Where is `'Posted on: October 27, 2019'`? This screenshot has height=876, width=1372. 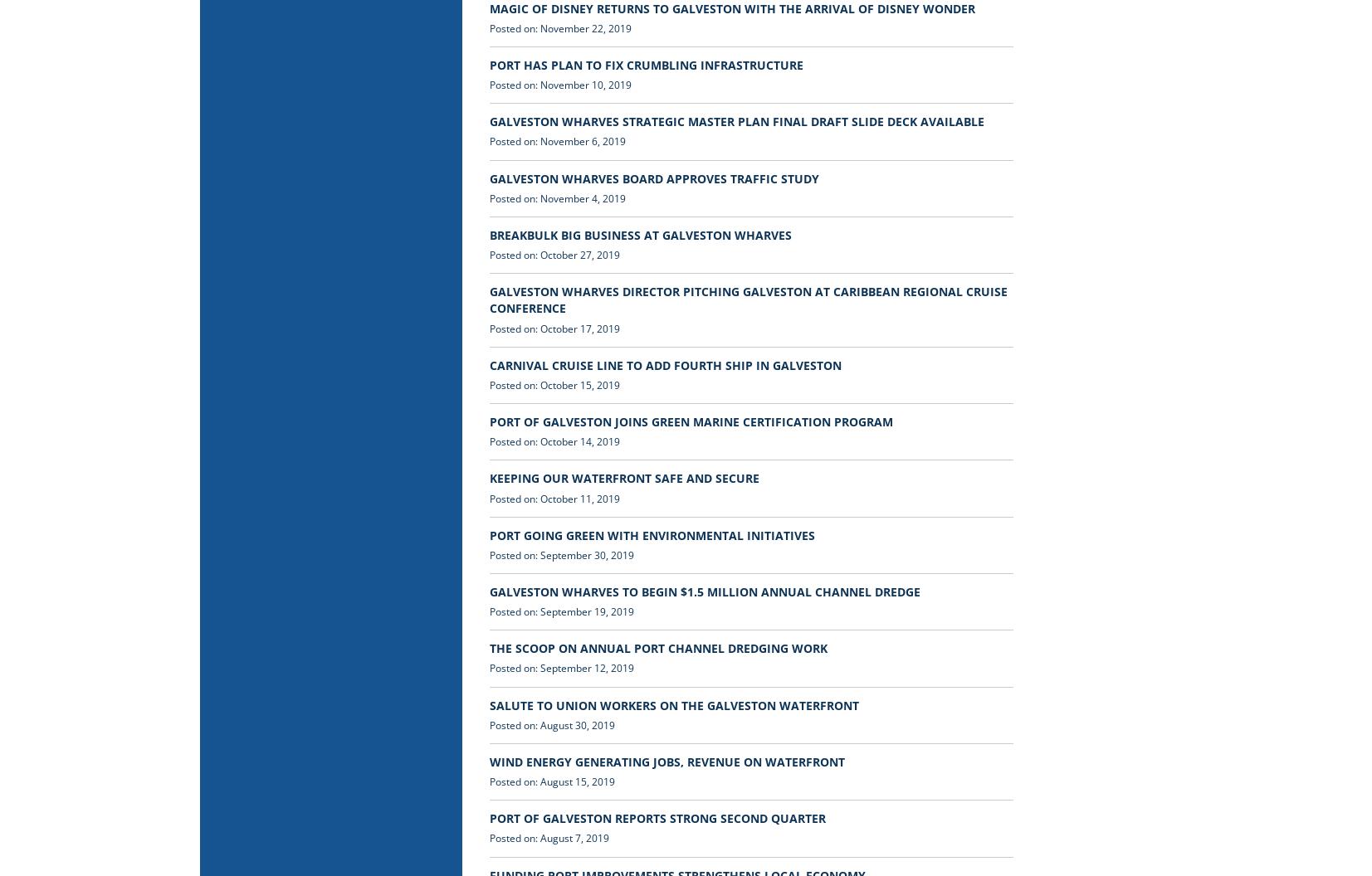 'Posted on: October 27, 2019' is located at coordinates (554, 255).